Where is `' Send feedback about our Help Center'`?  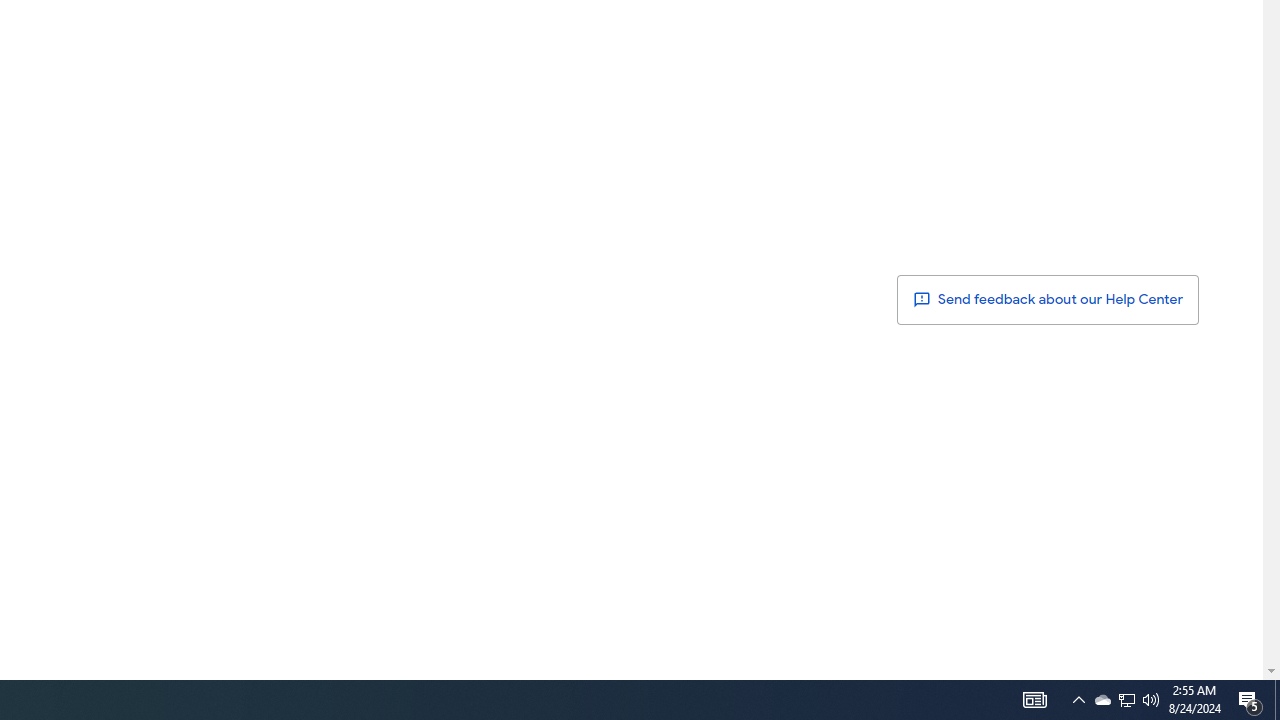
' Send feedback about our Help Center' is located at coordinates (1047, 299).